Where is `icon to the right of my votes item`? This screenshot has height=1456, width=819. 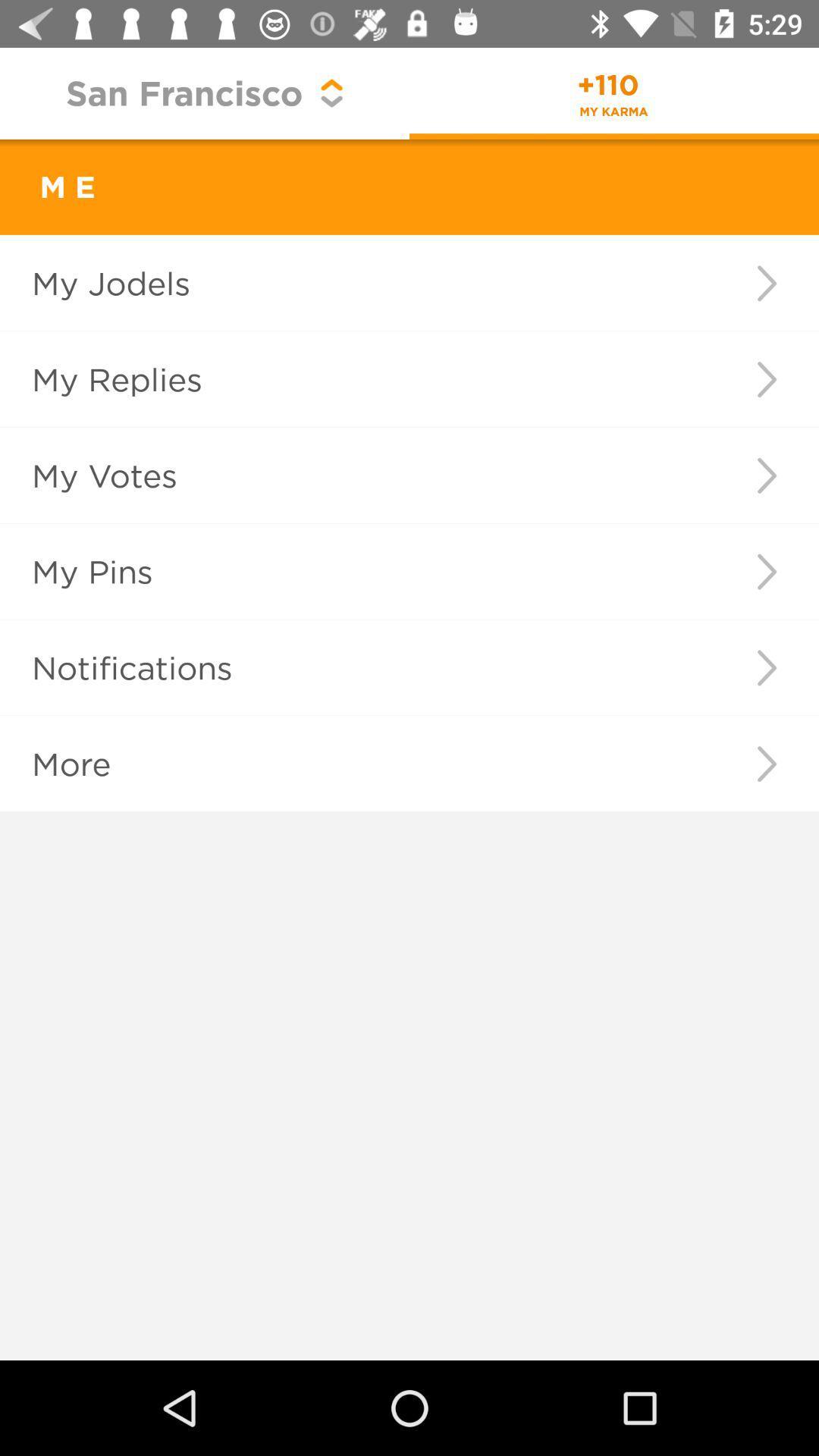
icon to the right of my votes item is located at coordinates (767, 475).